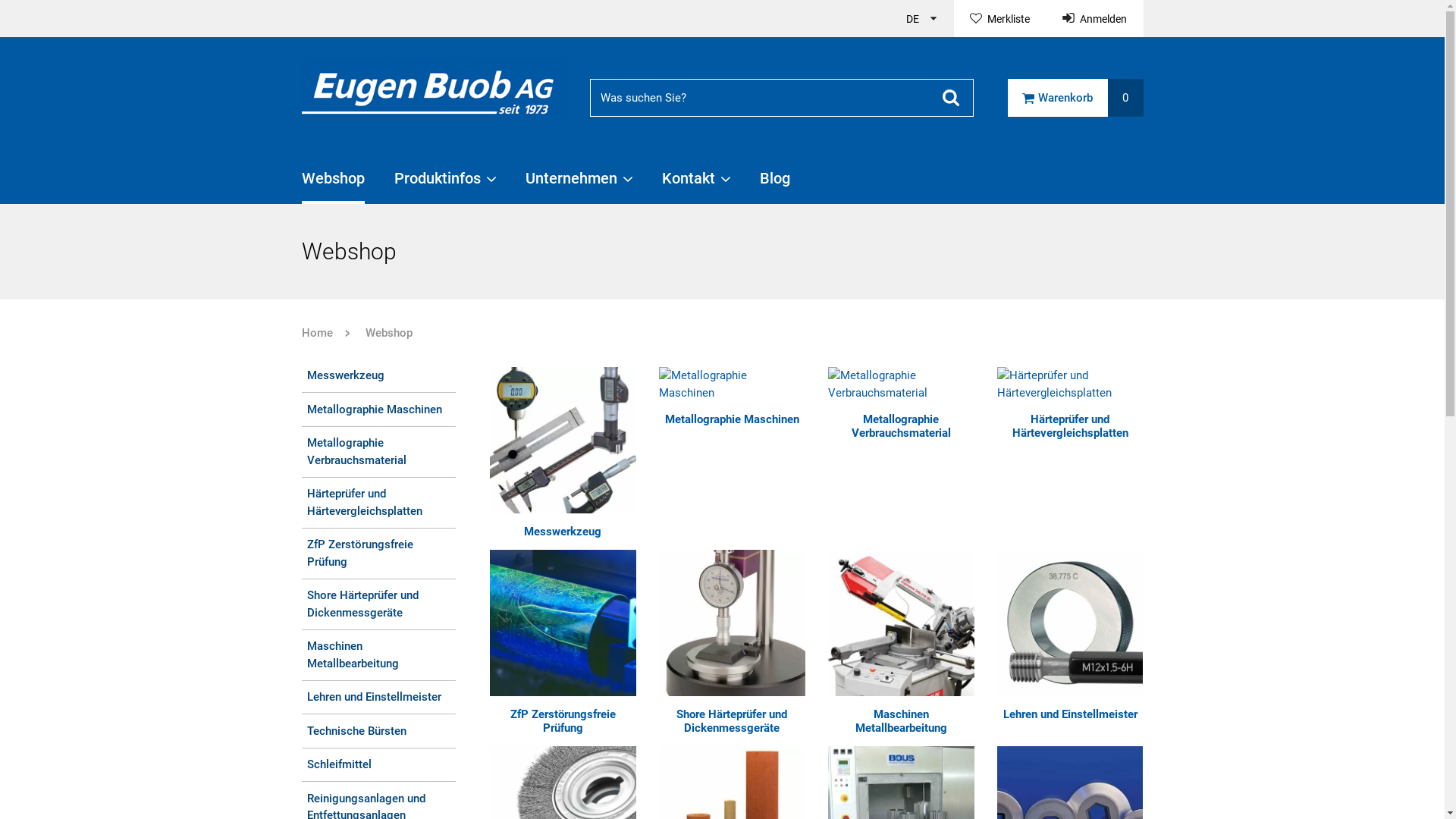 The width and height of the screenshot is (1456, 819). I want to click on 'Anmelden', so click(1046, 18).